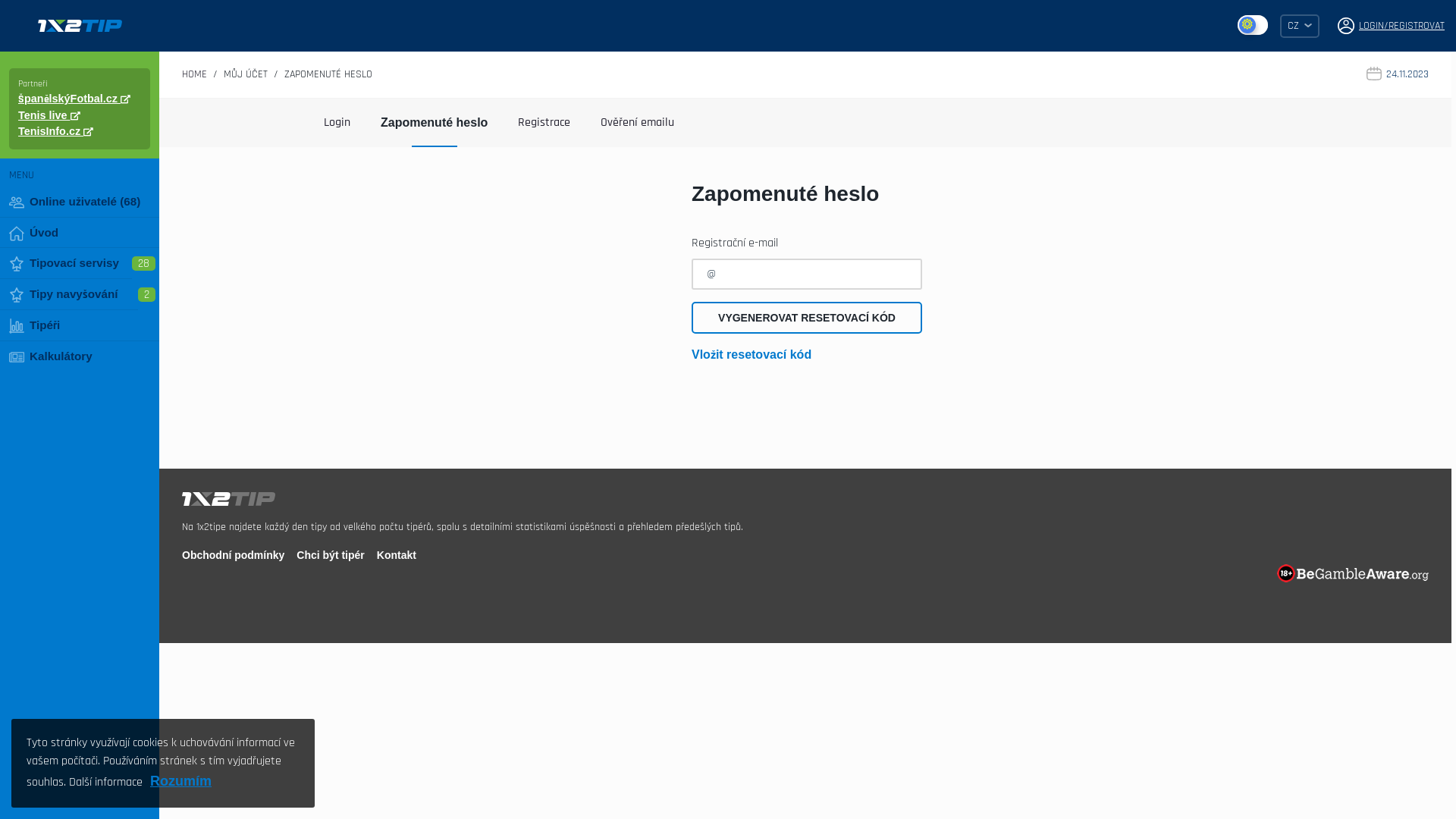 The image size is (1456, 819). What do you see at coordinates (193, 74) in the screenshot?
I see `'HOME'` at bounding box center [193, 74].